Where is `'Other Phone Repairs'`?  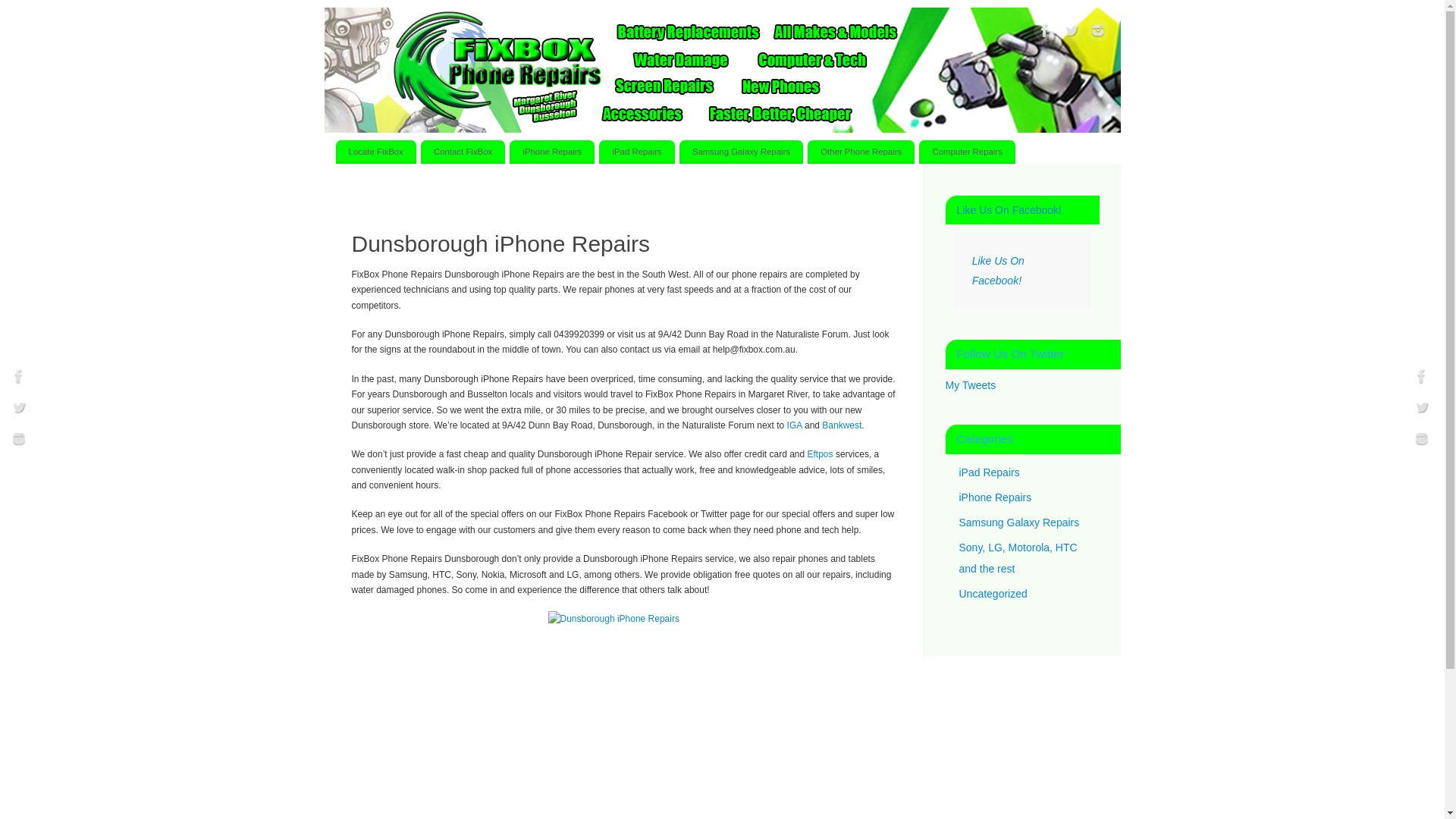 'Other Phone Repairs' is located at coordinates (807, 152).